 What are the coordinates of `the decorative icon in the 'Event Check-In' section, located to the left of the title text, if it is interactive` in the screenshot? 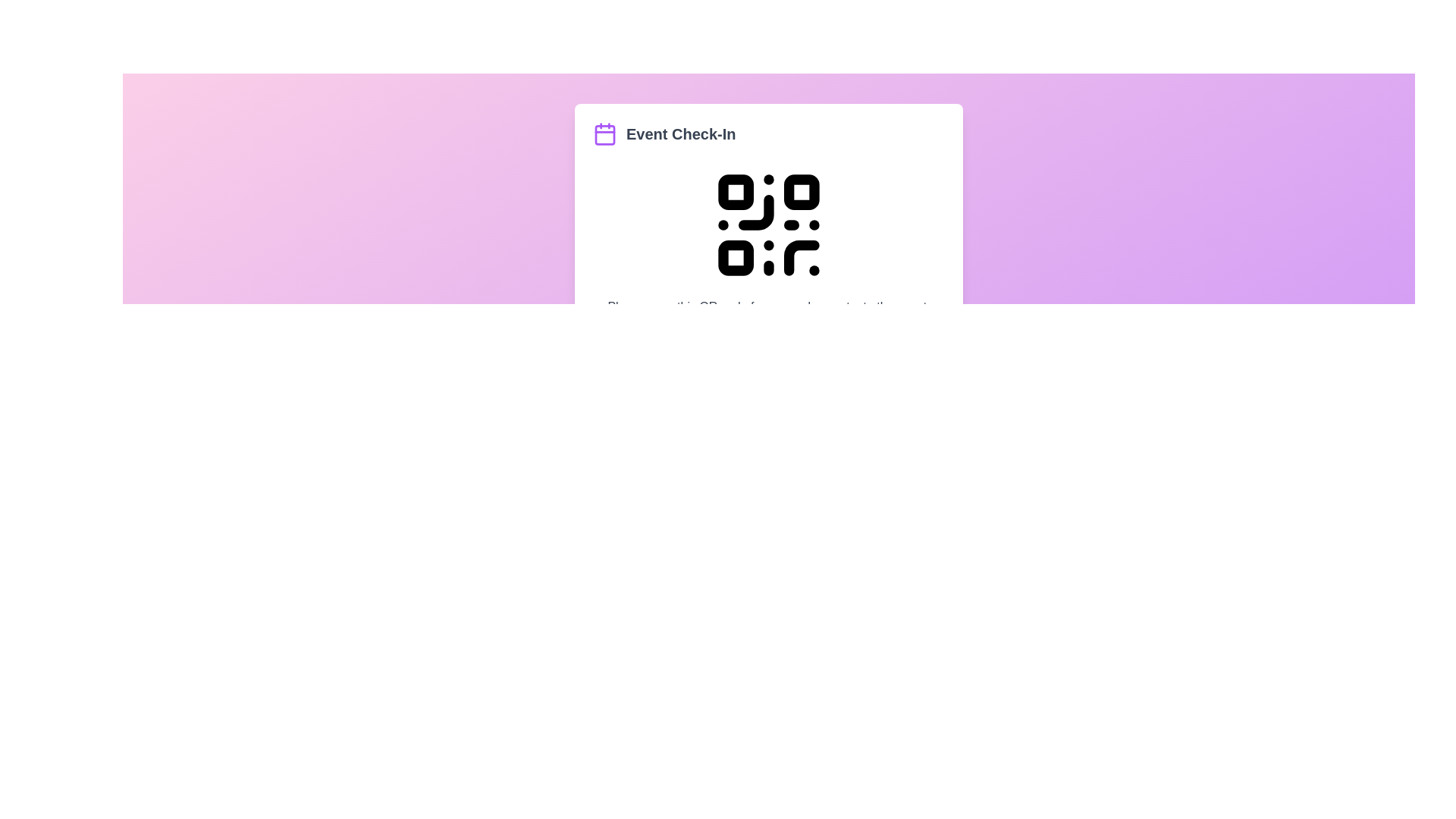 It's located at (604, 133).